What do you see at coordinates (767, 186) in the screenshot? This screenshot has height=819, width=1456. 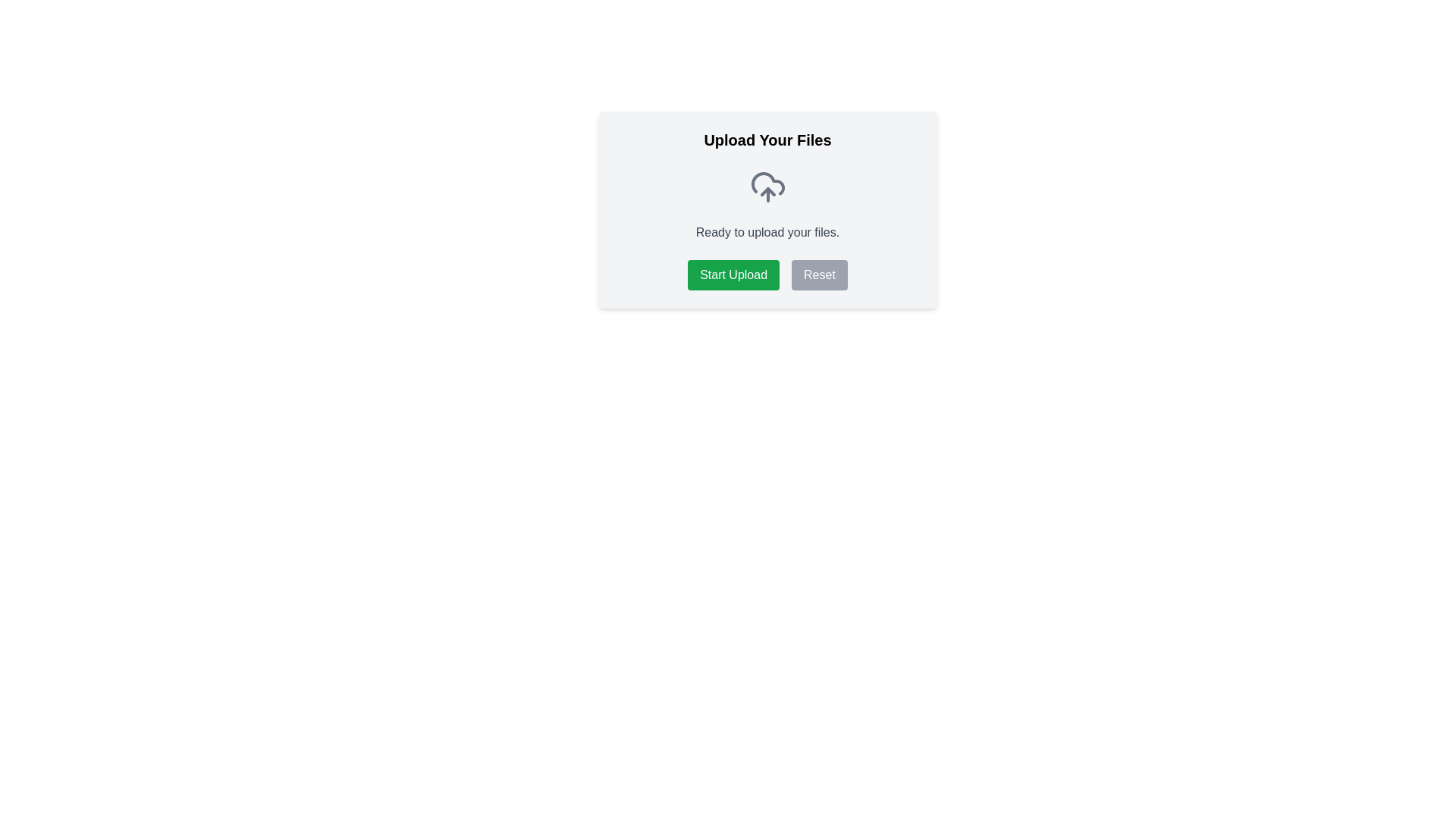 I see `the cloud upload icon located at the center of the modal titled 'Upload Your Files'` at bounding box center [767, 186].